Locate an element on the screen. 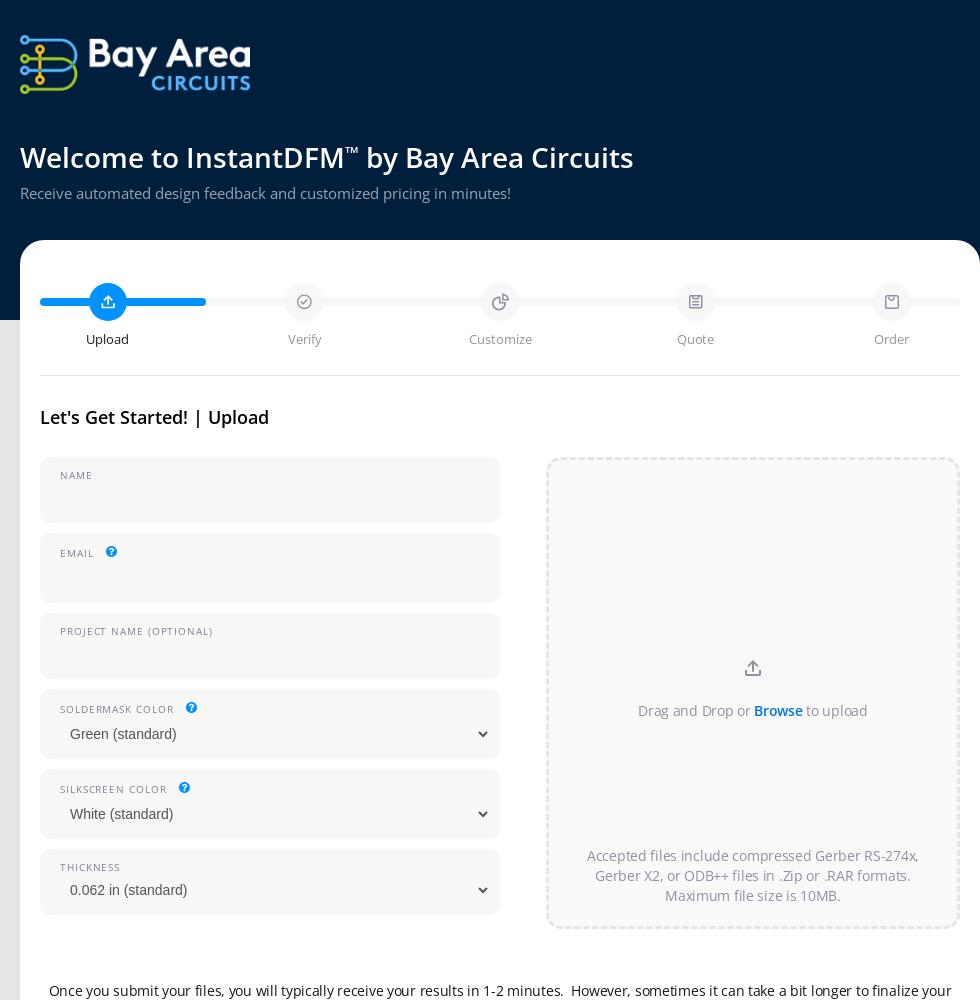  'Welcome to InstantDFM' is located at coordinates (182, 157).